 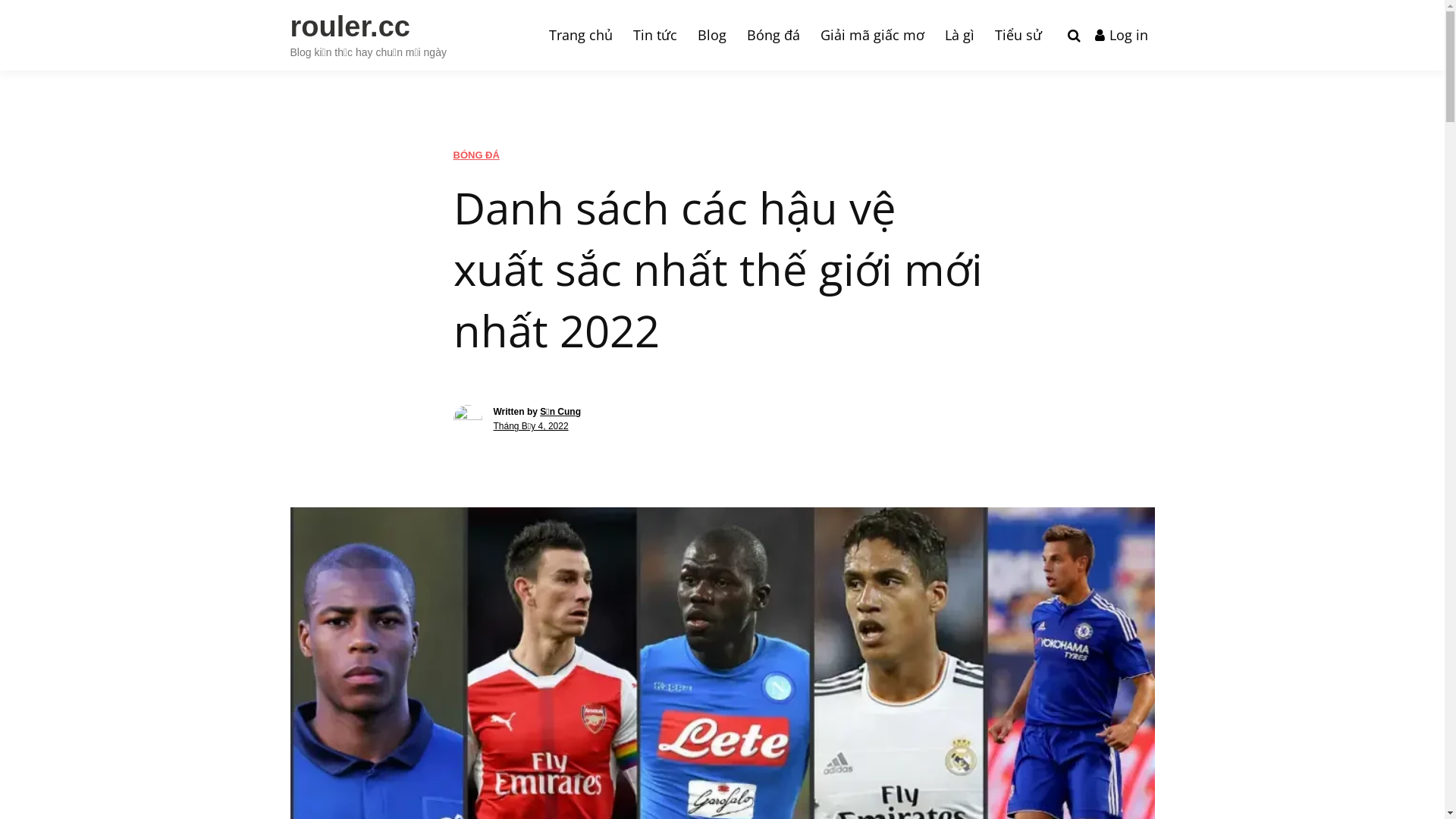 I want to click on 'rouler.cc', so click(x=348, y=26).